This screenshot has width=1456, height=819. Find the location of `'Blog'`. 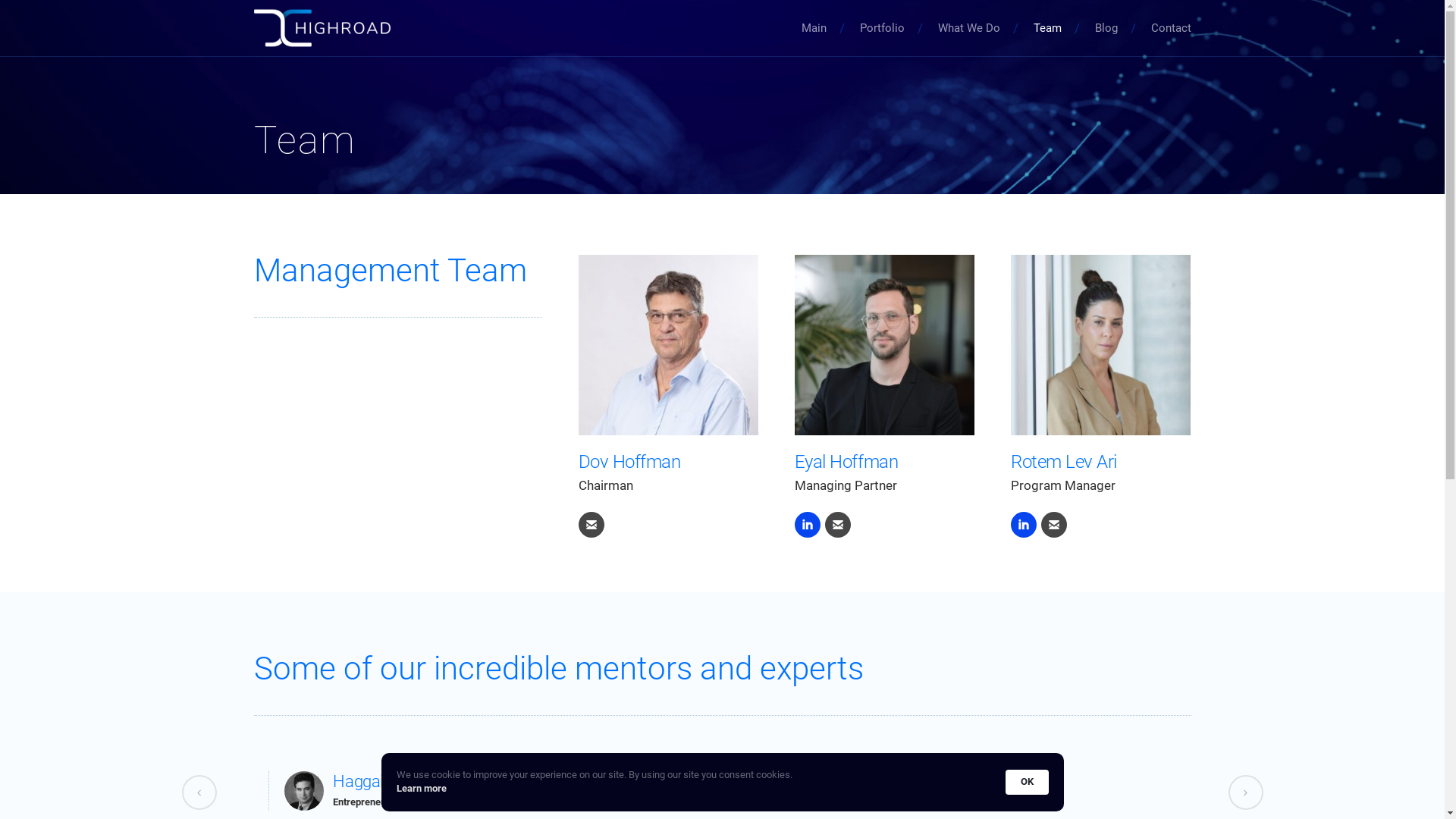

'Blog' is located at coordinates (1106, 28).